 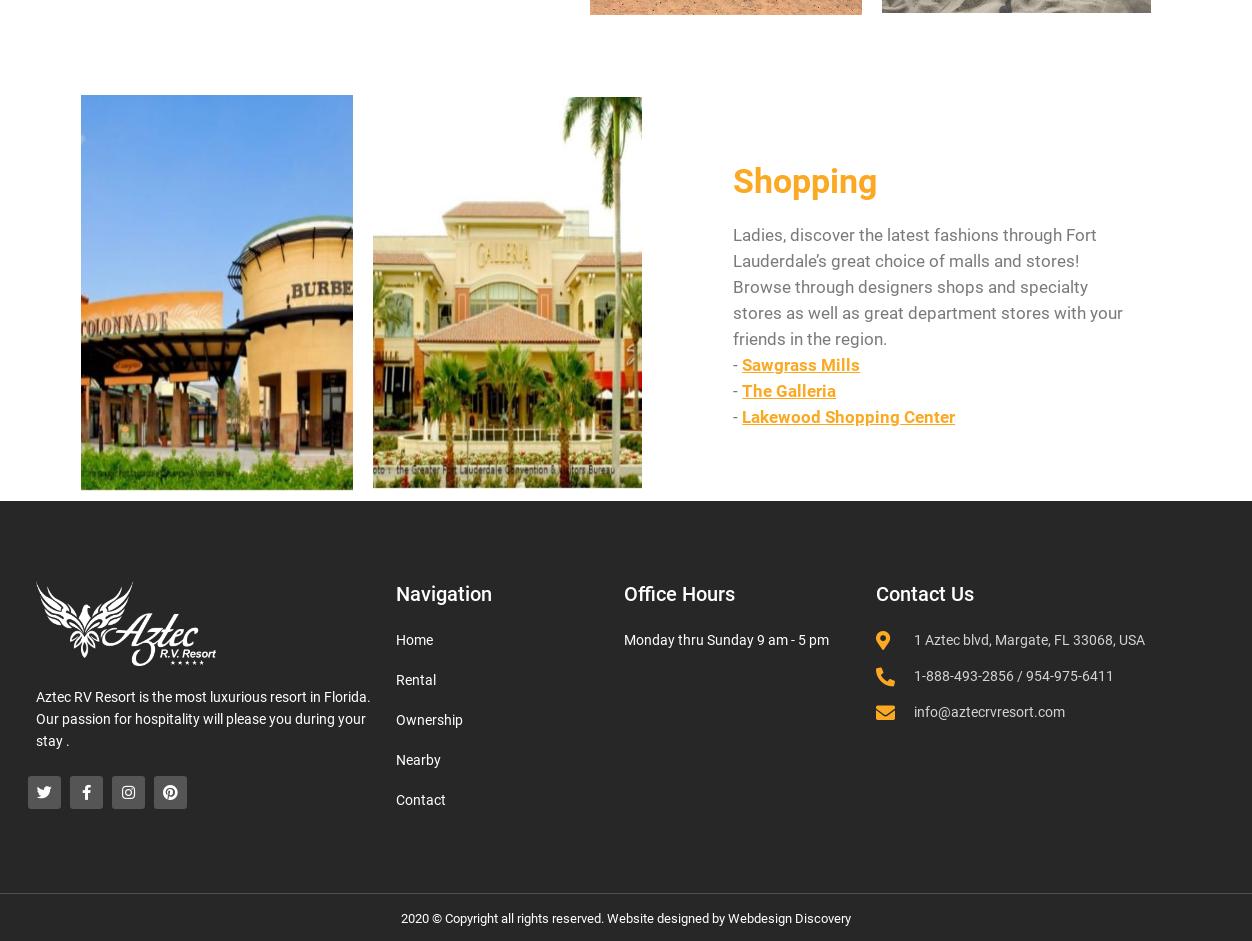 What do you see at coordinates (417, 759) in the screenshot?
I see `'Nearby'` at bounding box center [417, 759].